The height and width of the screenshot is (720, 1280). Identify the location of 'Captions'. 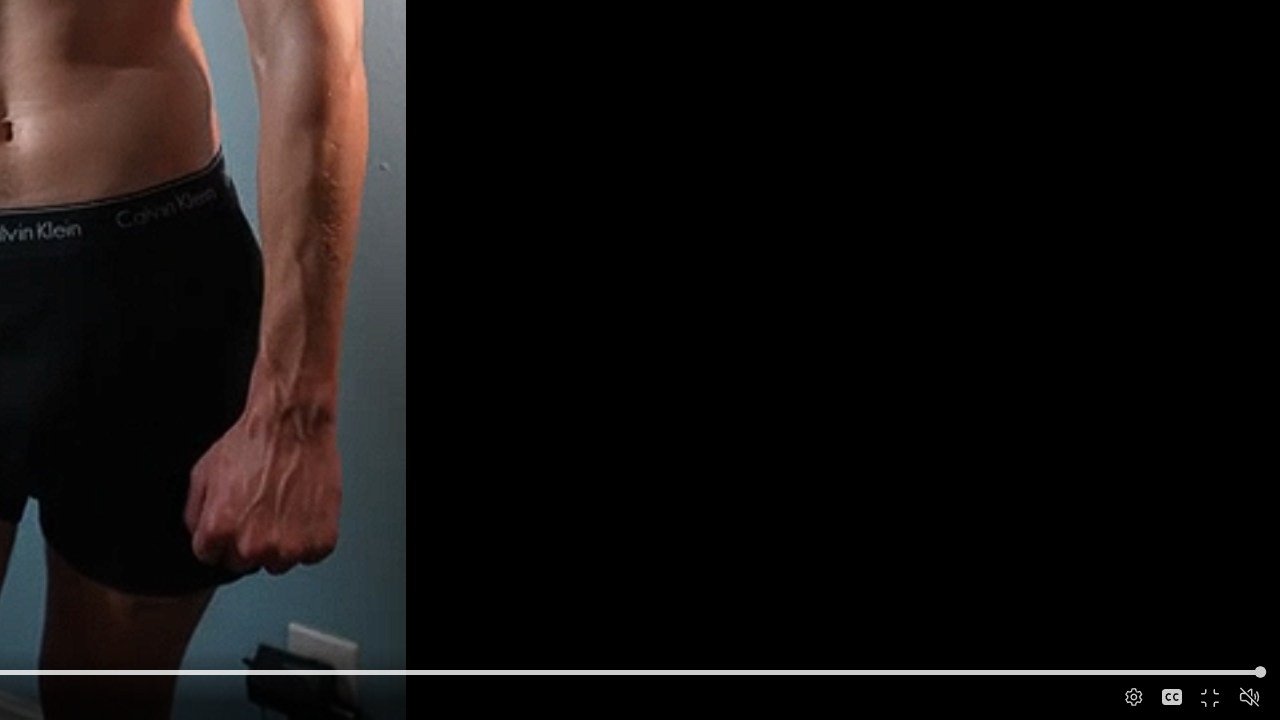
(1171, 696).